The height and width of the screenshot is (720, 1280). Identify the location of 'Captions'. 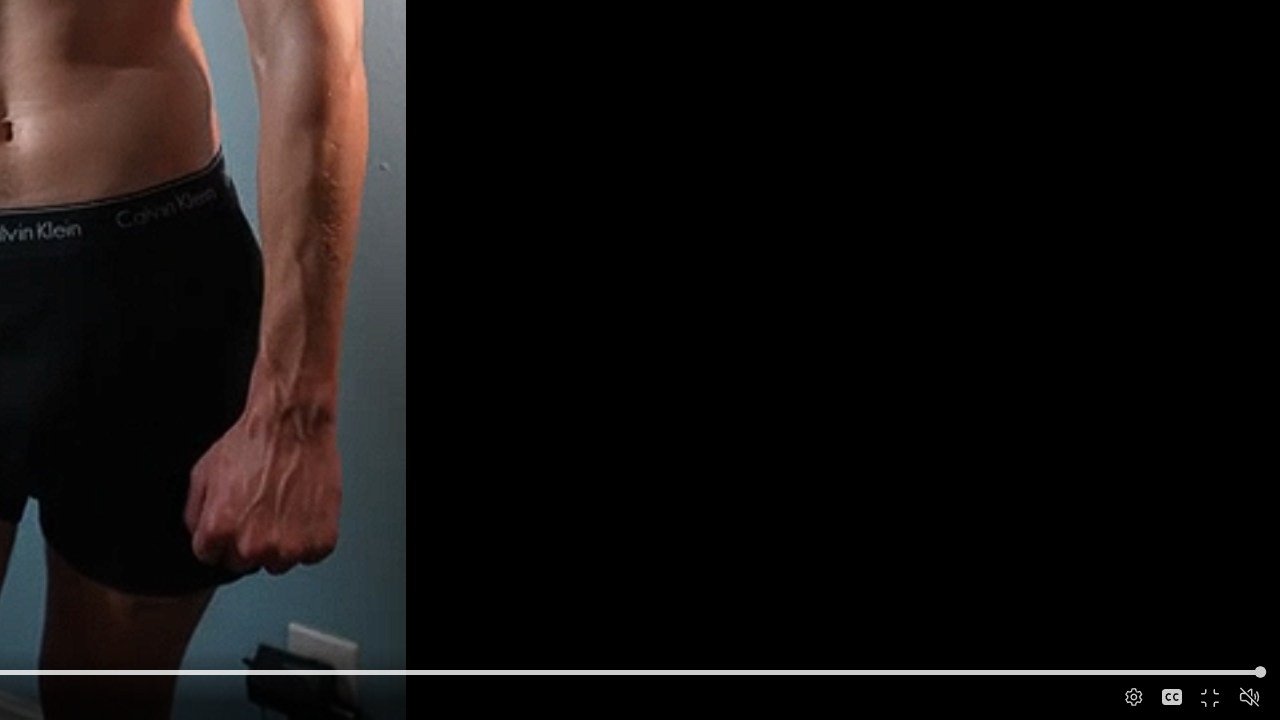
(1171, 696).